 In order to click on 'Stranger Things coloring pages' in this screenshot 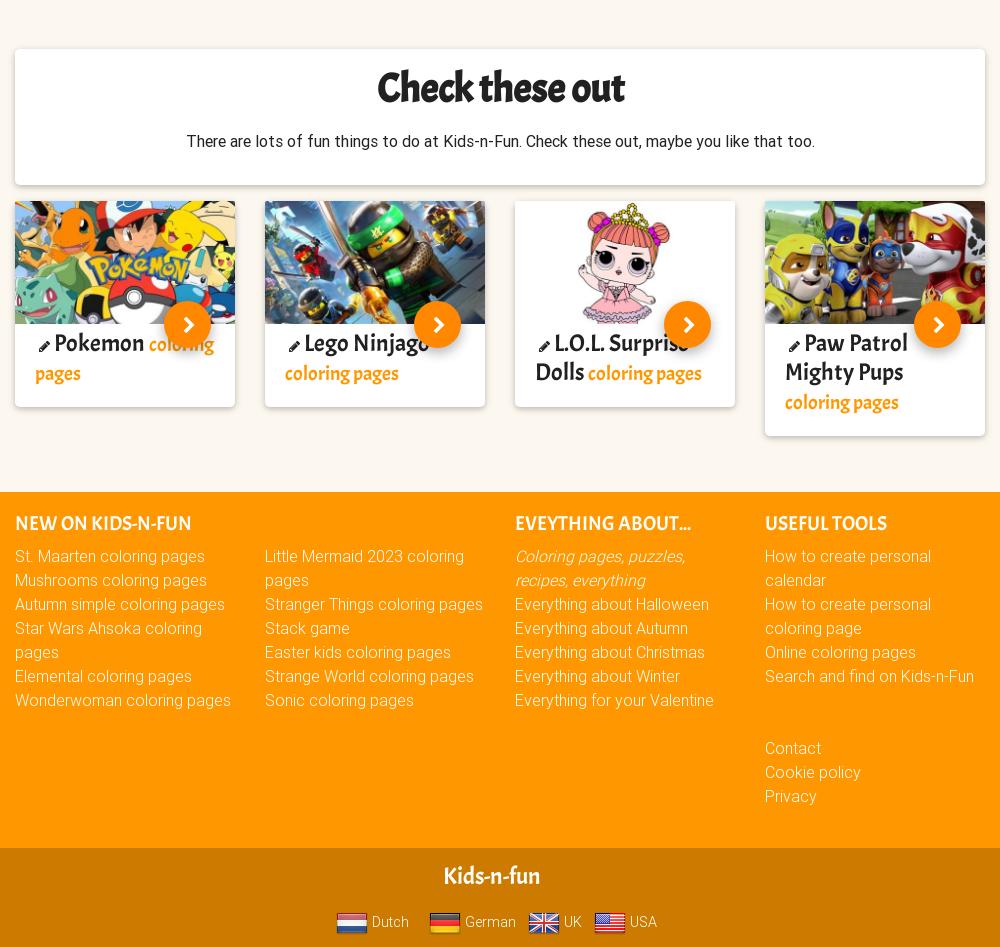, I will do `click(373, 602)`.